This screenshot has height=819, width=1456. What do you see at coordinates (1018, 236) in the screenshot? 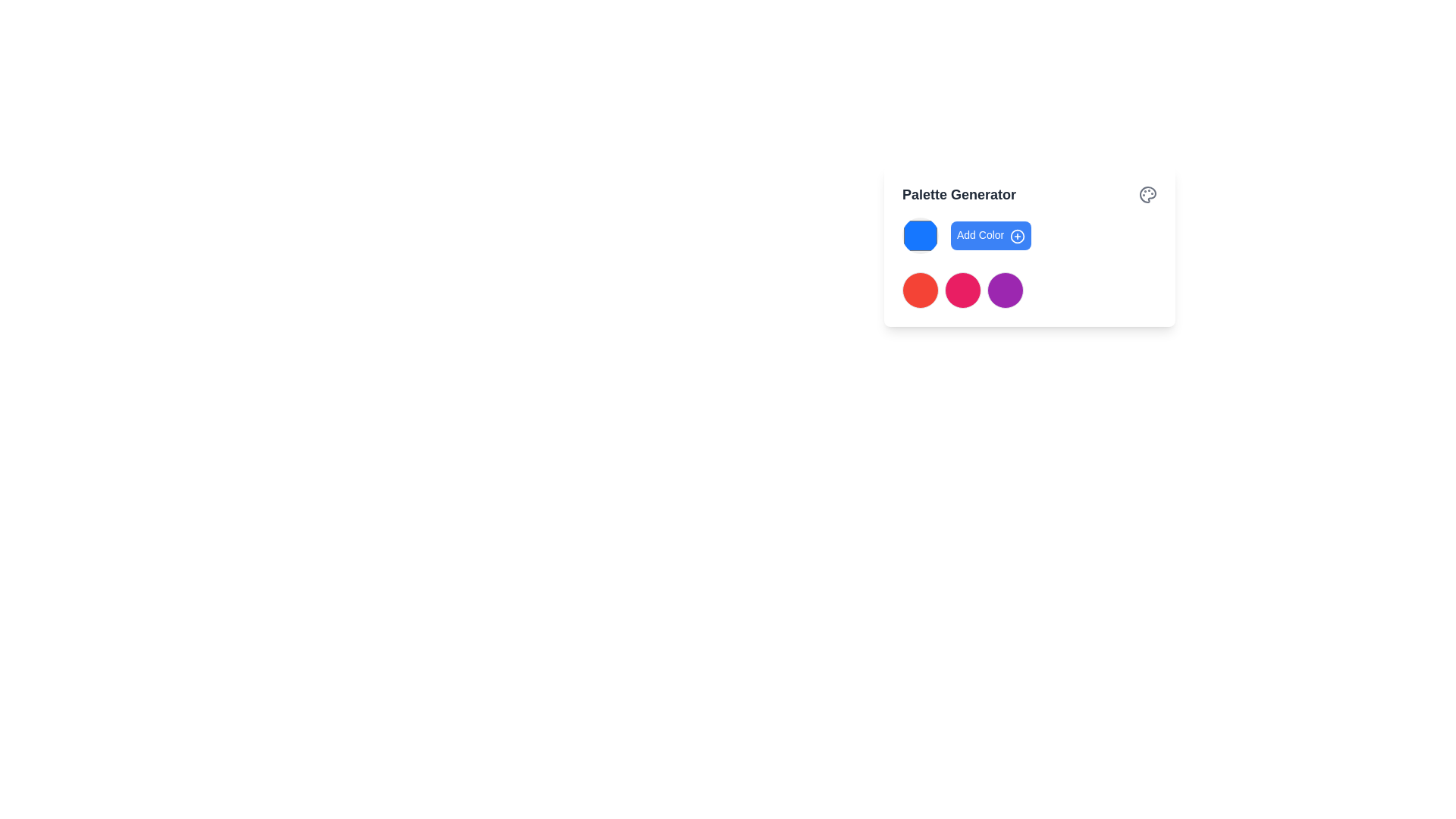
I see `the circular icon element representing a plus sign in the Palette Generator section, located to the right of the 'Add Color' button` at bounding box center [1018, 236].